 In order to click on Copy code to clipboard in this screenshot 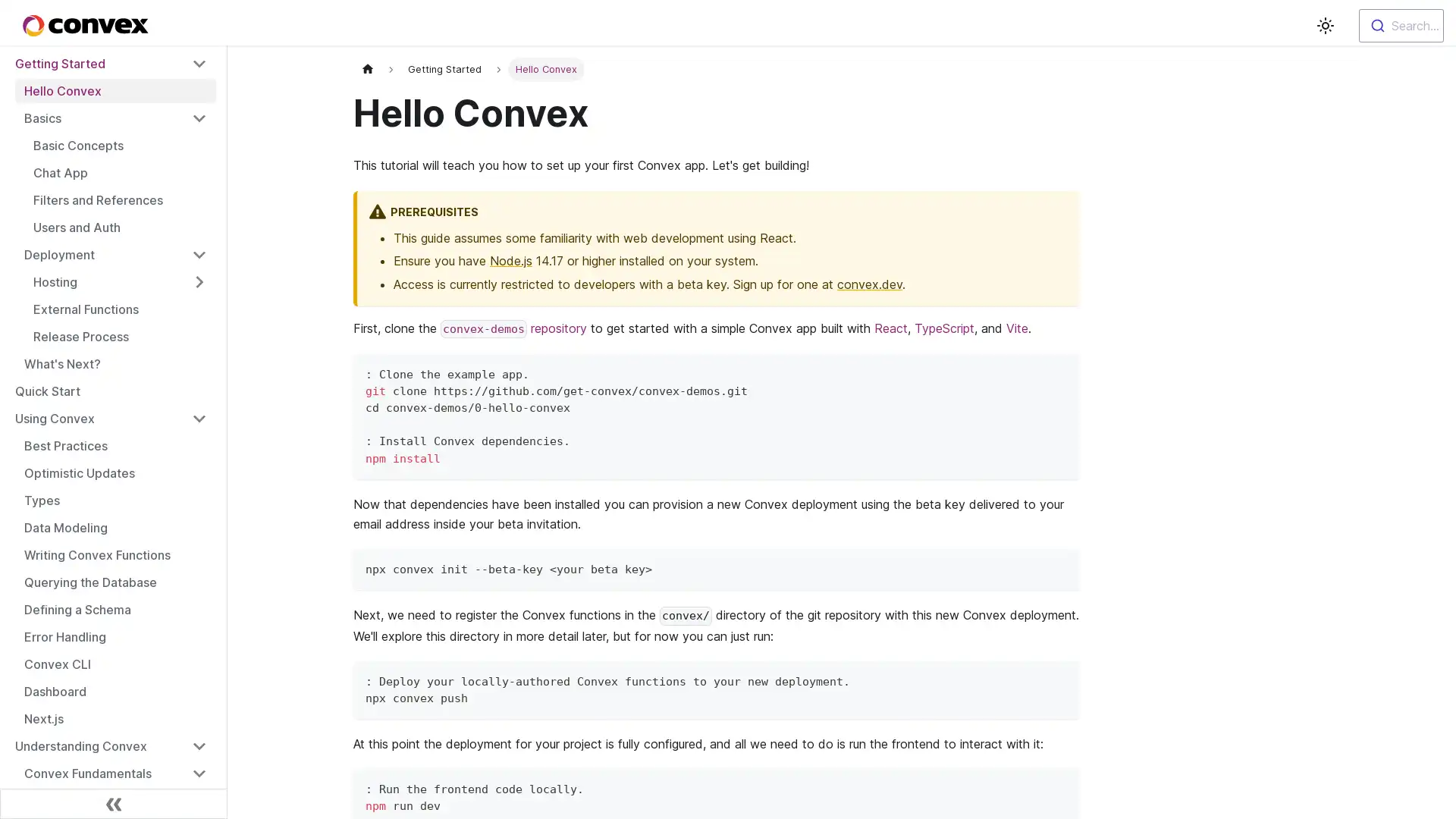, I will do `click(1060, 567)`.